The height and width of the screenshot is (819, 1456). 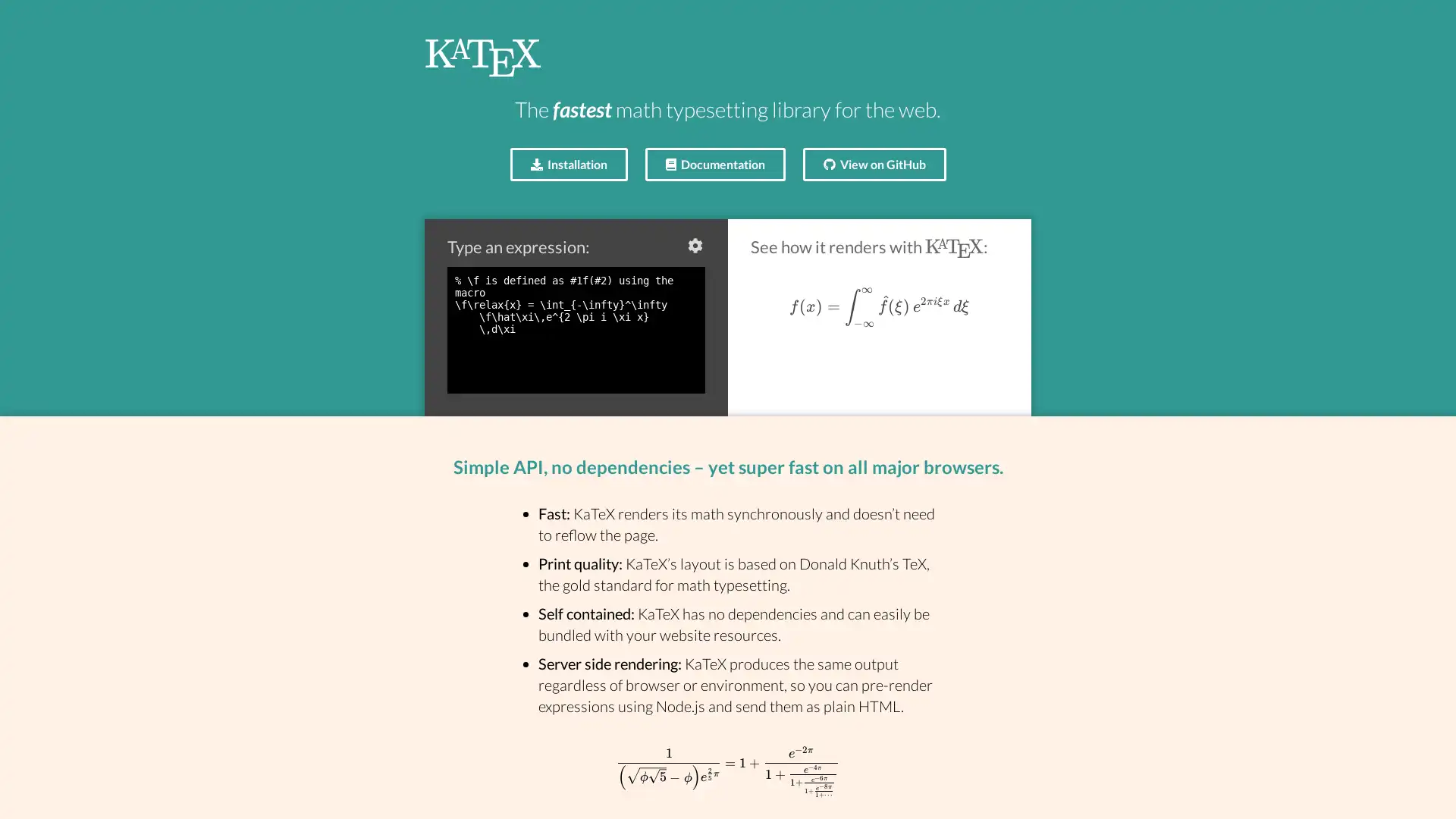 I want to click on View on GitHub, so click(x=874, y=164).